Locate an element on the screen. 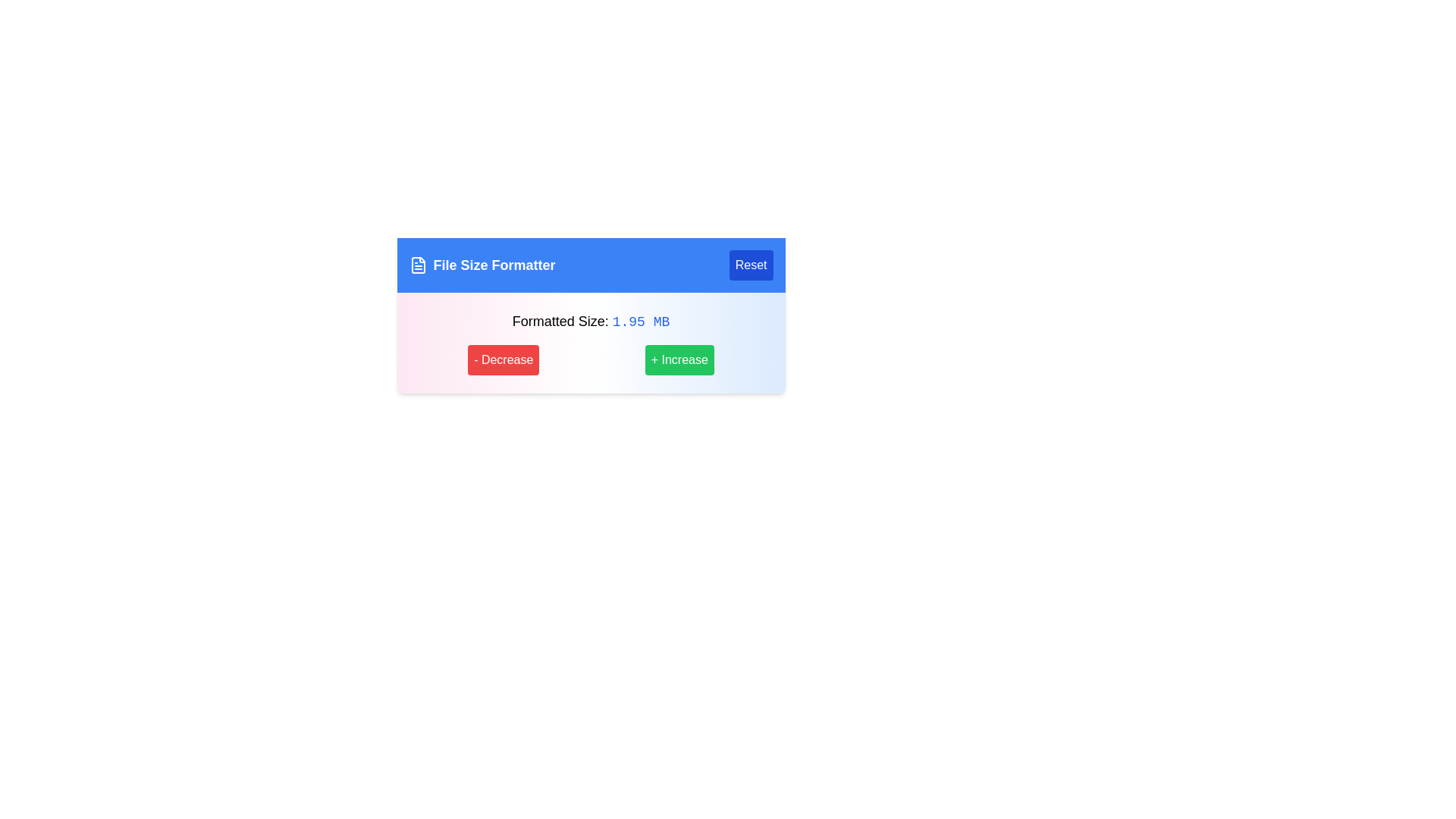  the informational Text Display that shows the formatted size value '1.95 MB', located centrally above the '- Decrease' and '+ Increase' buttons is located at coordinates (590, 321).